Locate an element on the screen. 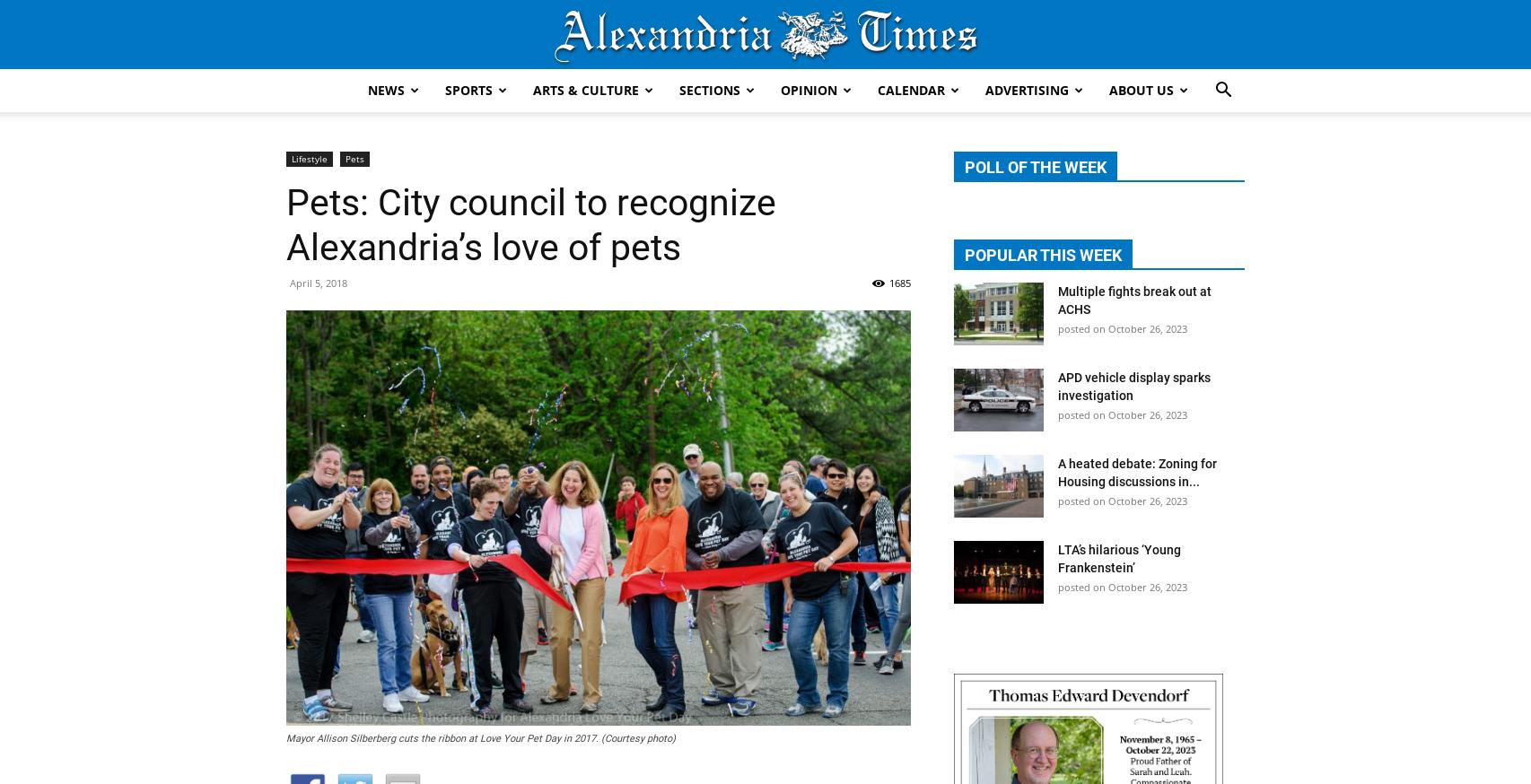  '1685' is located at coordinates (899, 281).